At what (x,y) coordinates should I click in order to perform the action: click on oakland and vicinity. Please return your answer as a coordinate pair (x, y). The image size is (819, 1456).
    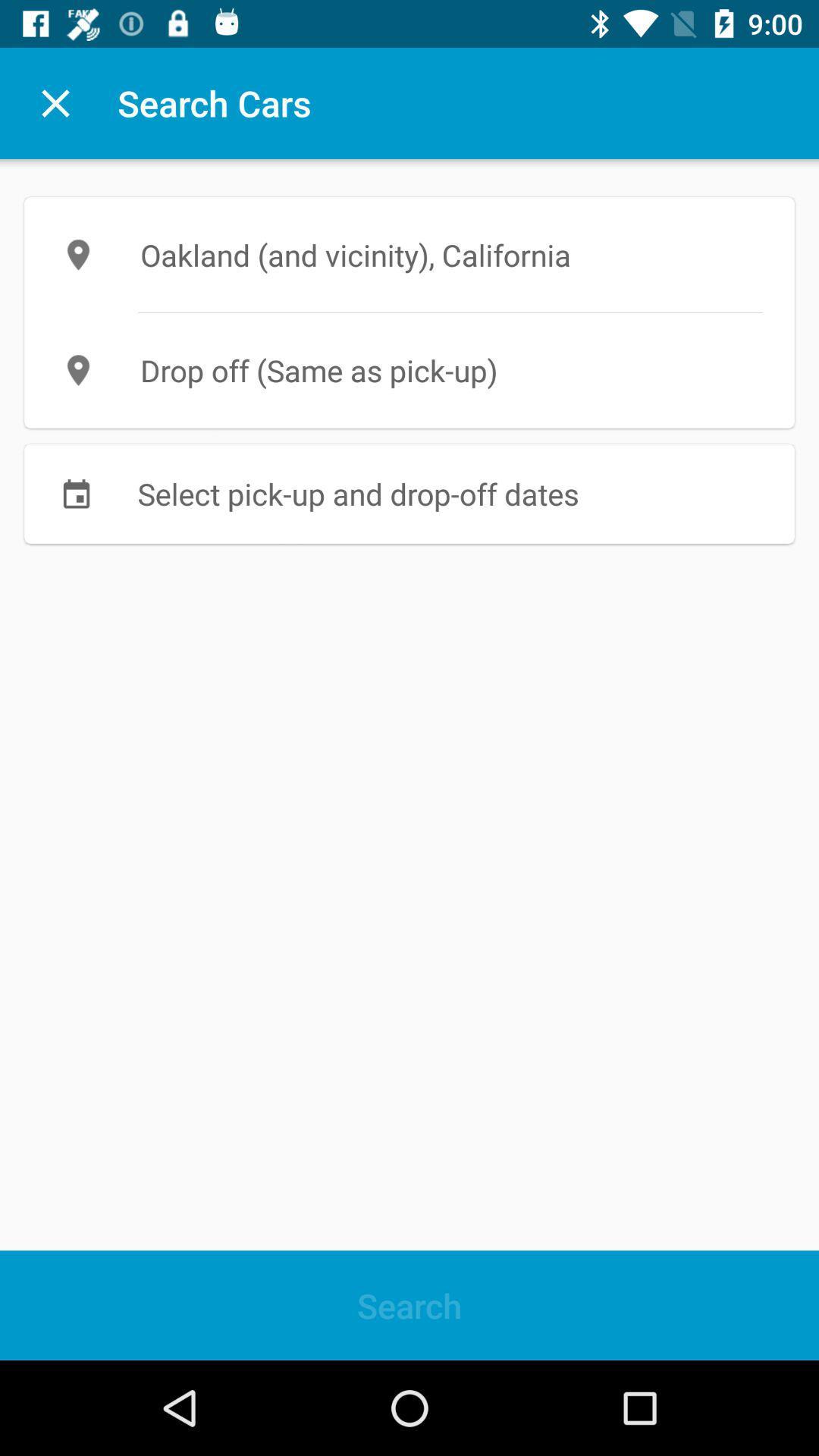
    Looking at the image, I should click on (409, 255).